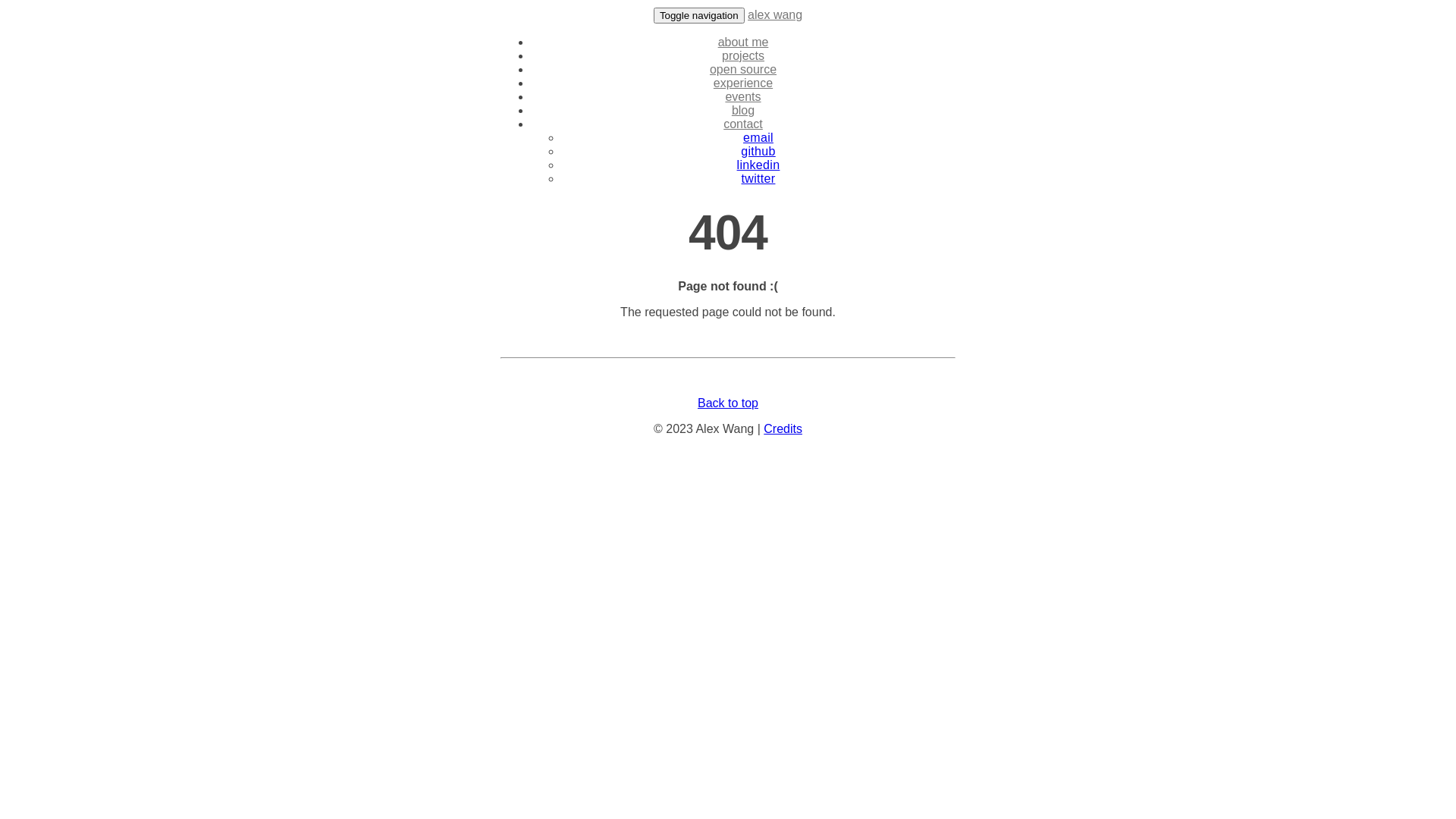 This screenshot has height=819, width=1456. What do you see at coordinates (747, 14) in the screenshot?
I see `'alex wang'` at bounding box center [747, 14].